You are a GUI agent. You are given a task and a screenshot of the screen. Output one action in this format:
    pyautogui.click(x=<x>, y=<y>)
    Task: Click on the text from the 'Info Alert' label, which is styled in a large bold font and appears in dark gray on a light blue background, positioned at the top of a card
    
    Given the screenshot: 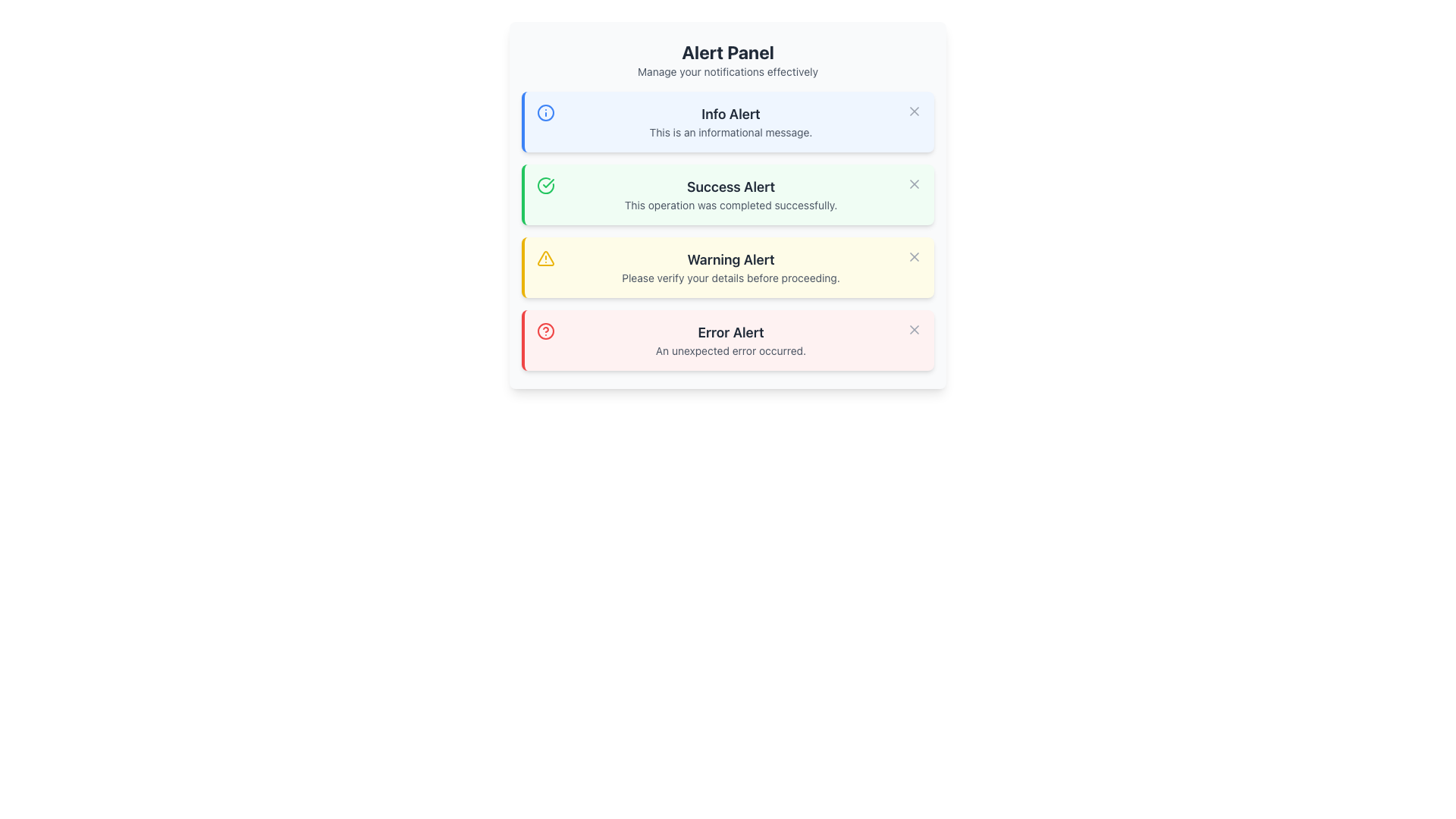 What is the action you would take?
    pyautogui.click(x=731, y=113)
    